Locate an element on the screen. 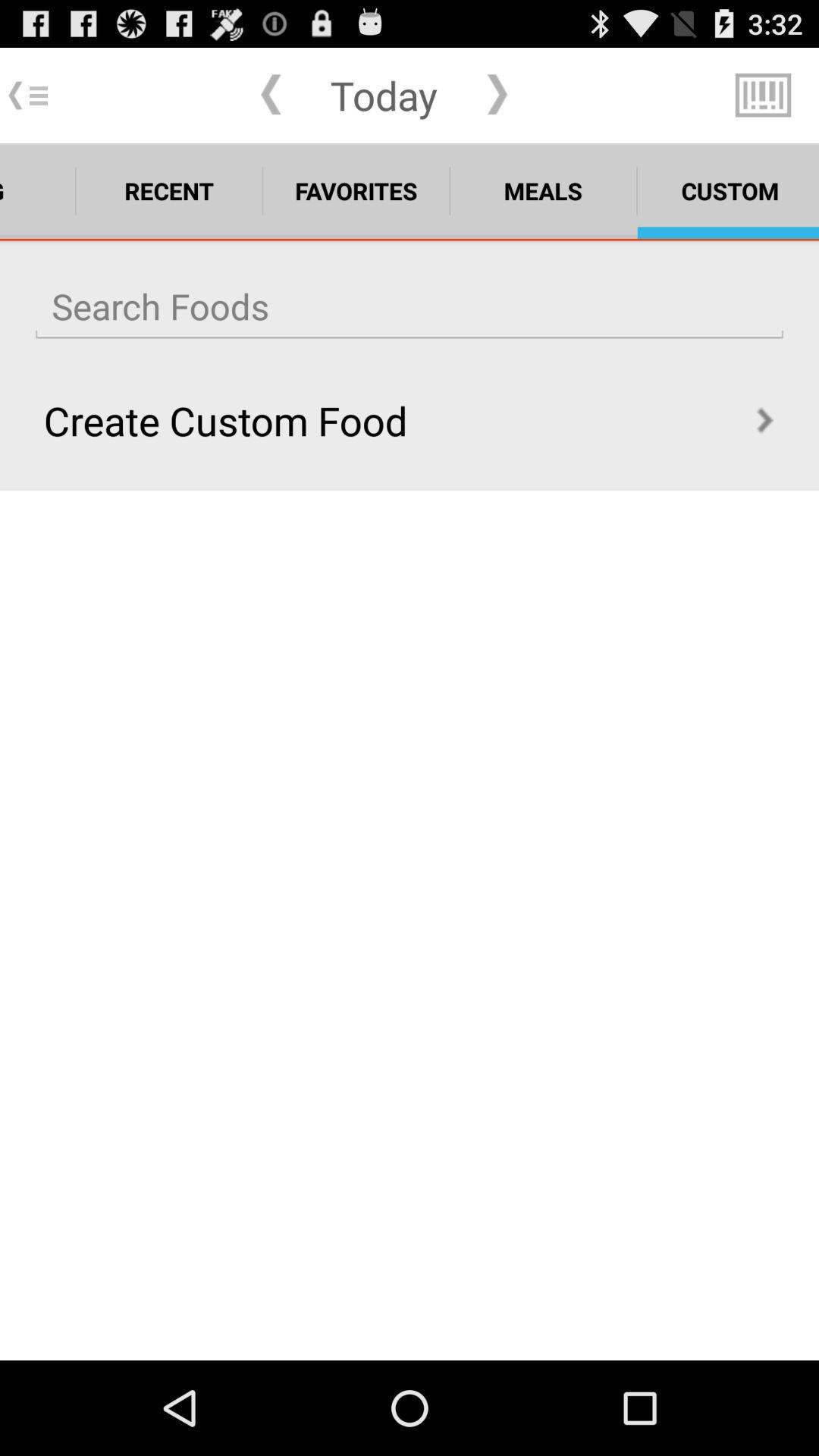  search foods is located at coordinates (409, 306).